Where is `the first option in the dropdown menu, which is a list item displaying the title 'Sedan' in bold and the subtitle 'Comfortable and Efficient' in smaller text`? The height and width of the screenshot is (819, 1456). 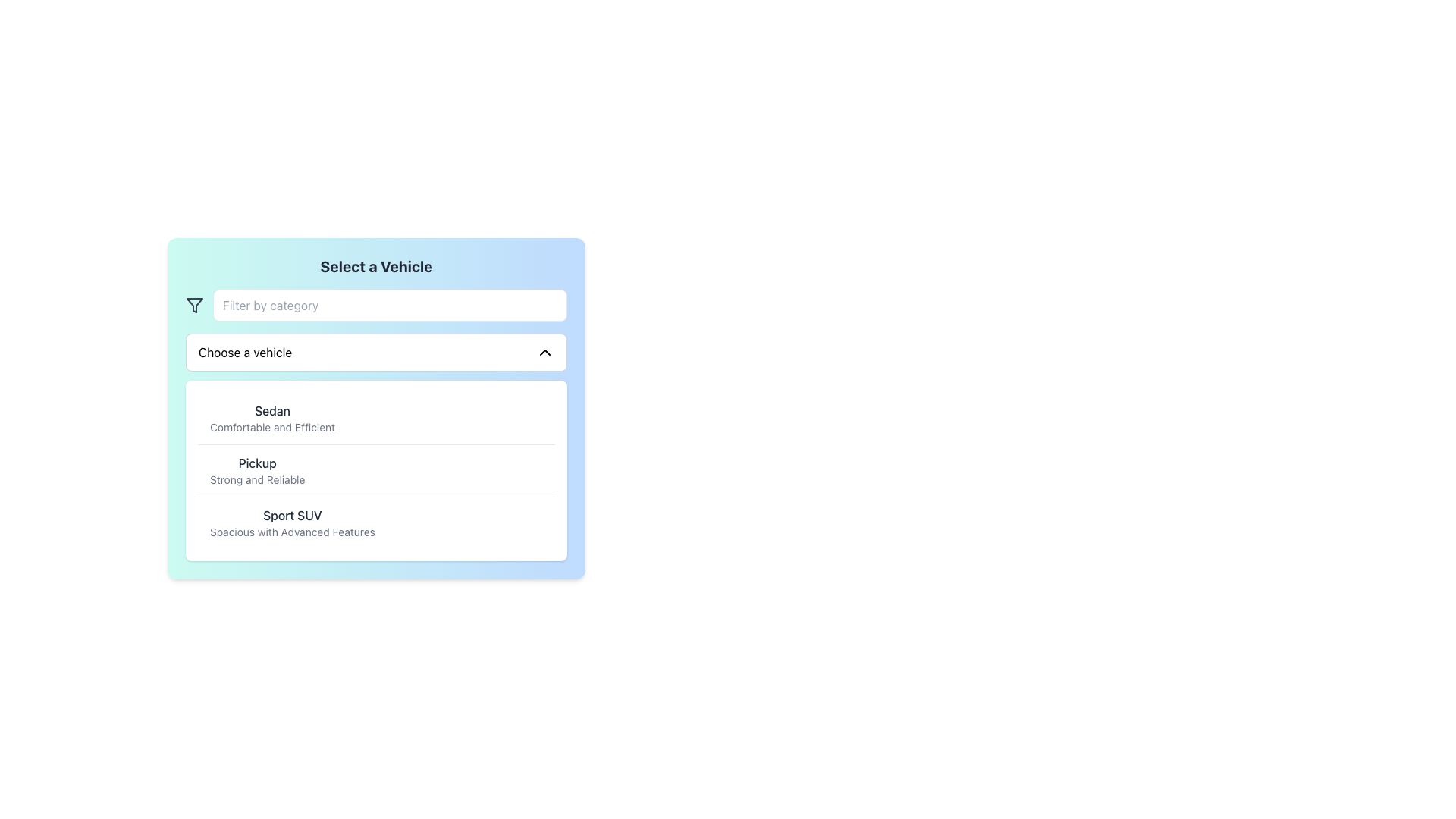 the first option in the dropdown menu, which is a list item displaying the title 'Sedan' in bold and the subtitle 'Comfortable and Efficient' in smaller text is located at coordinates (272, 418).